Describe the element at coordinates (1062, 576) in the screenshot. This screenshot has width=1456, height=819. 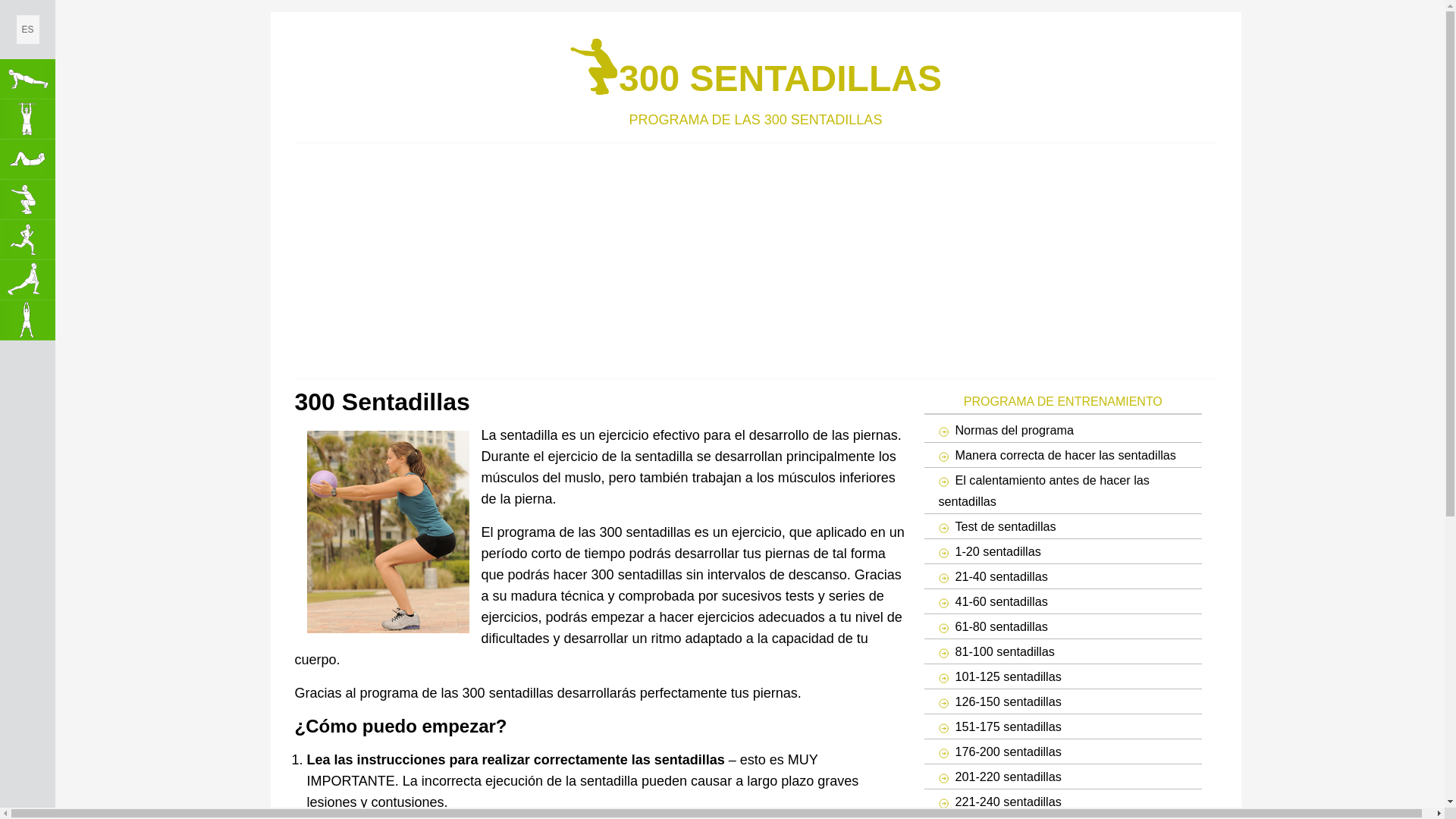
I see `'21-40 sentadillas'` at that location.